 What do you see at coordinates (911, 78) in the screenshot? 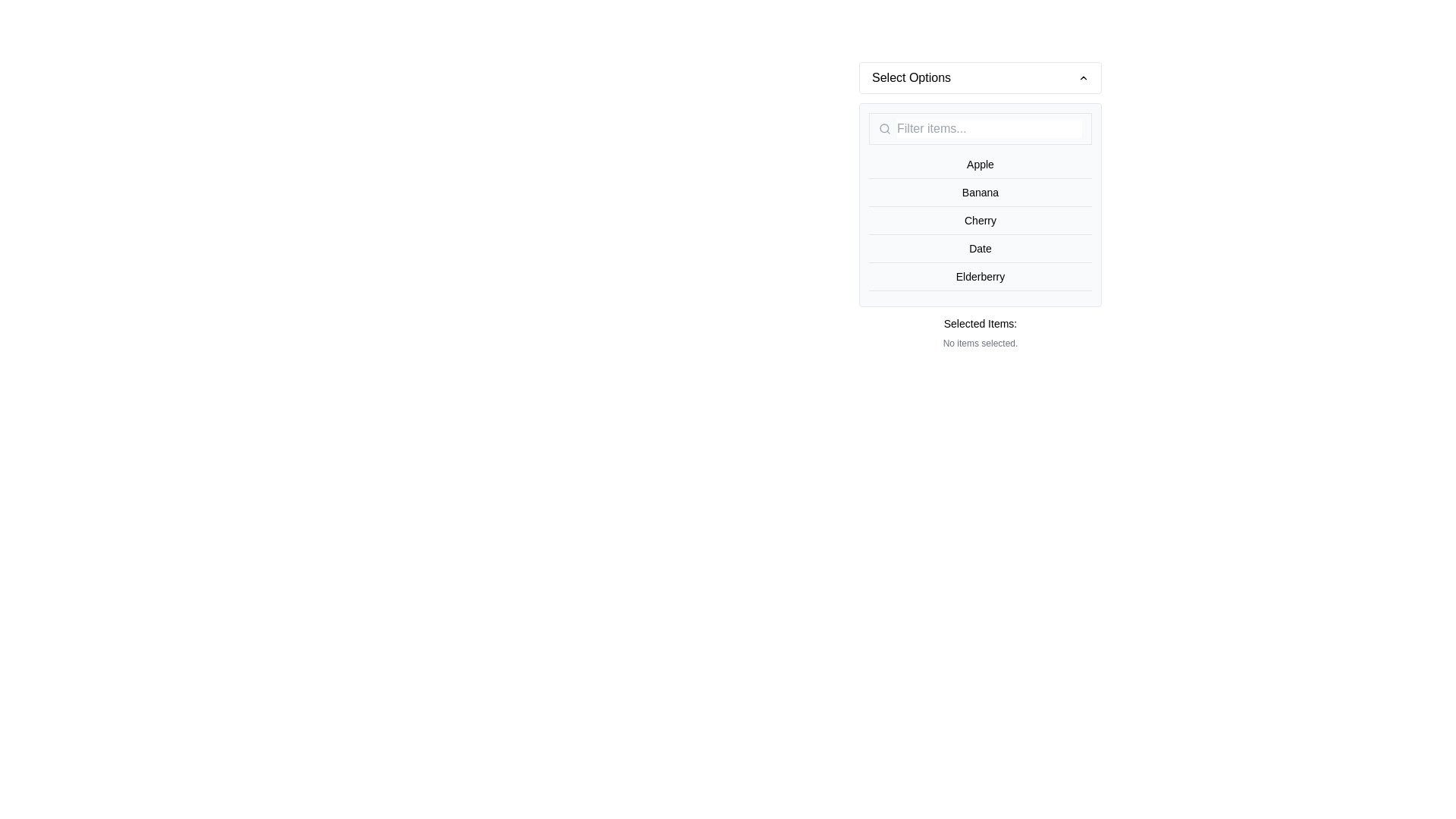
I see `the 'Select Options' text label within the dropdown header by moving the cursor to its center point` at bounding box center [911, 78].